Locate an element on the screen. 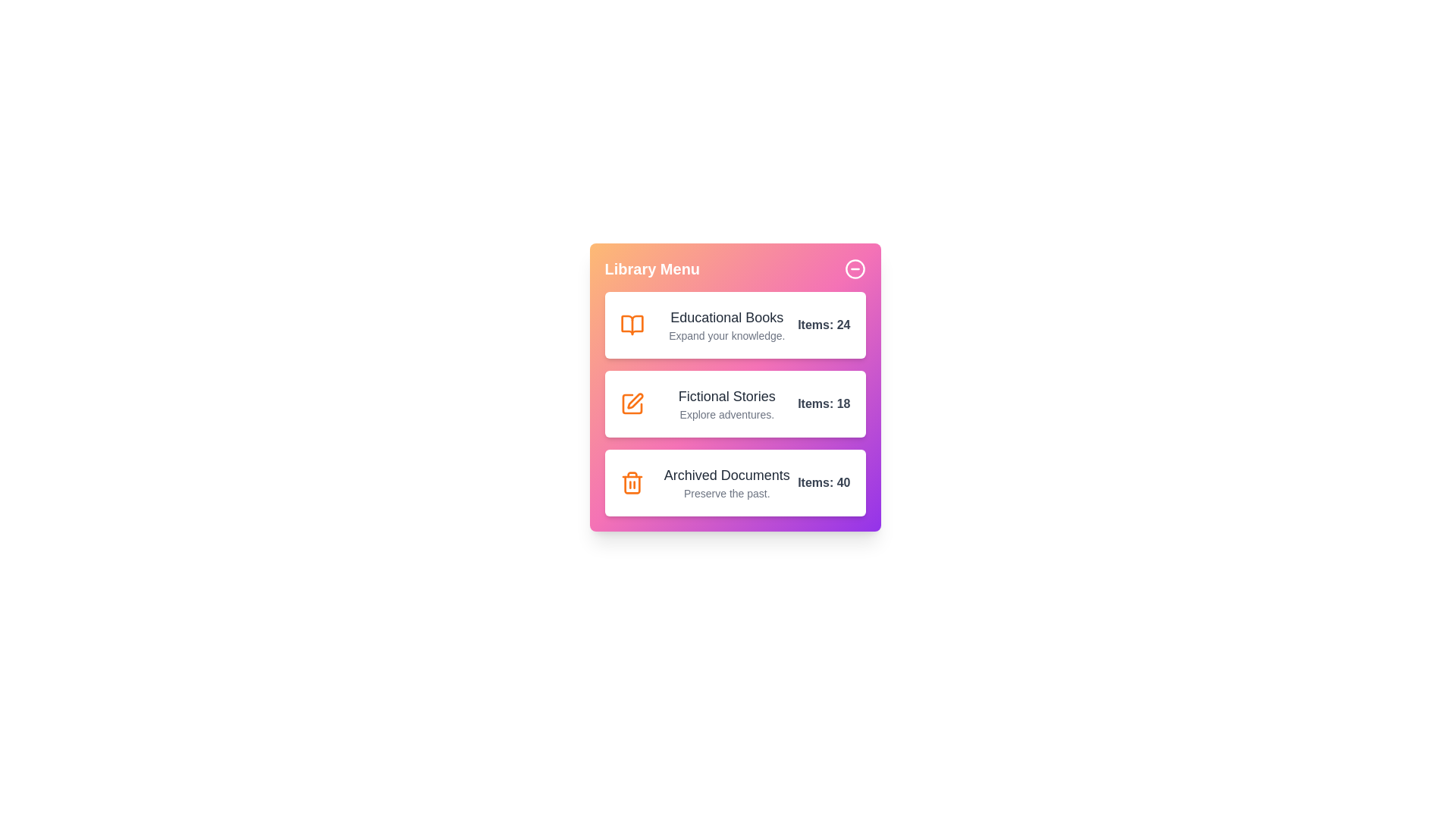  the icon of the category Fictional Stories is located at coordinates (632, 403).